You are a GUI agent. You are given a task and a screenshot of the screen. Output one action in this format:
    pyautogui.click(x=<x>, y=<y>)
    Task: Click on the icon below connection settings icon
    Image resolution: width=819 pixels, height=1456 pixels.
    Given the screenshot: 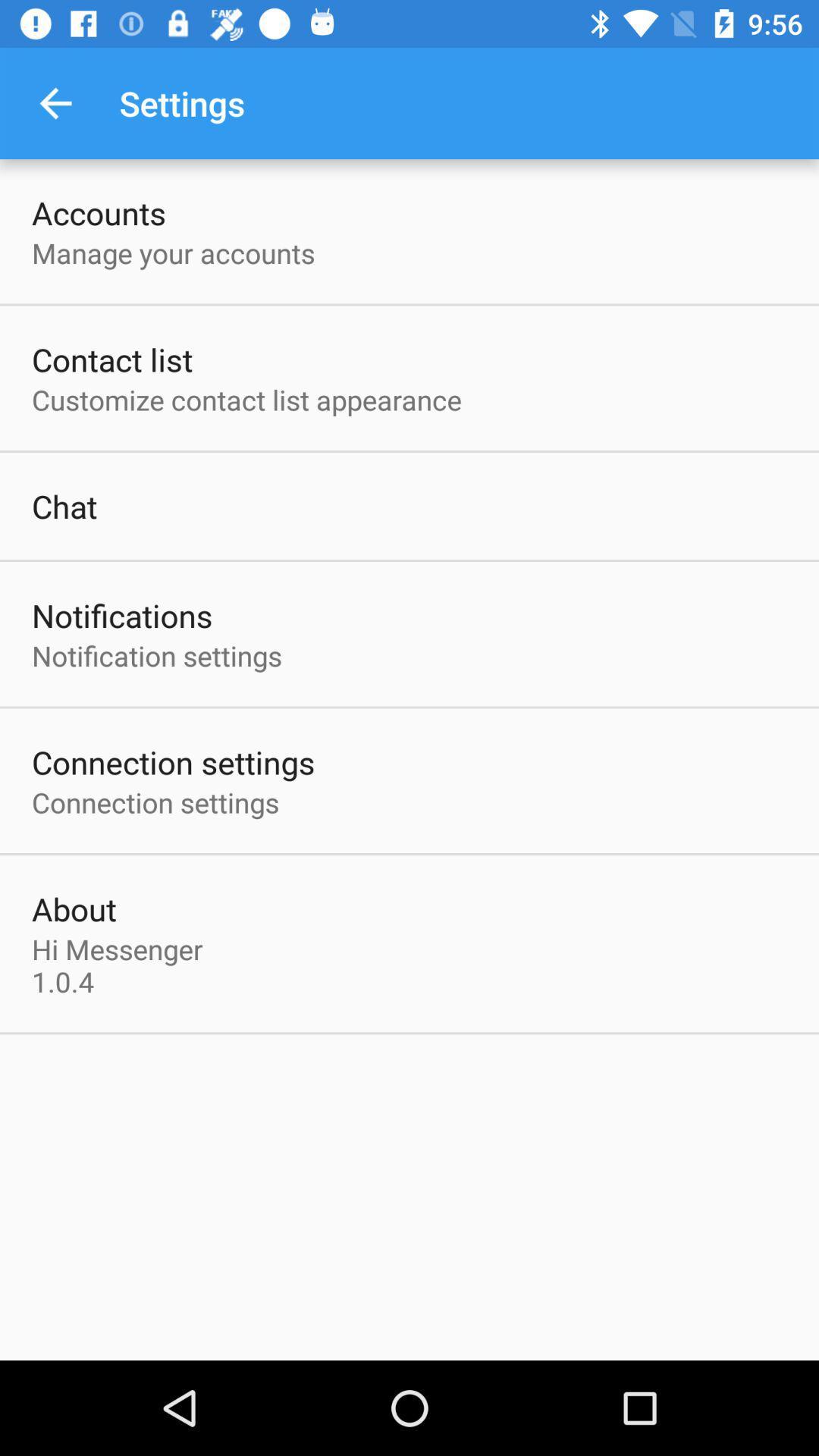 What is the action you would take?
    pyautogui.click(x=74, y=908)
    